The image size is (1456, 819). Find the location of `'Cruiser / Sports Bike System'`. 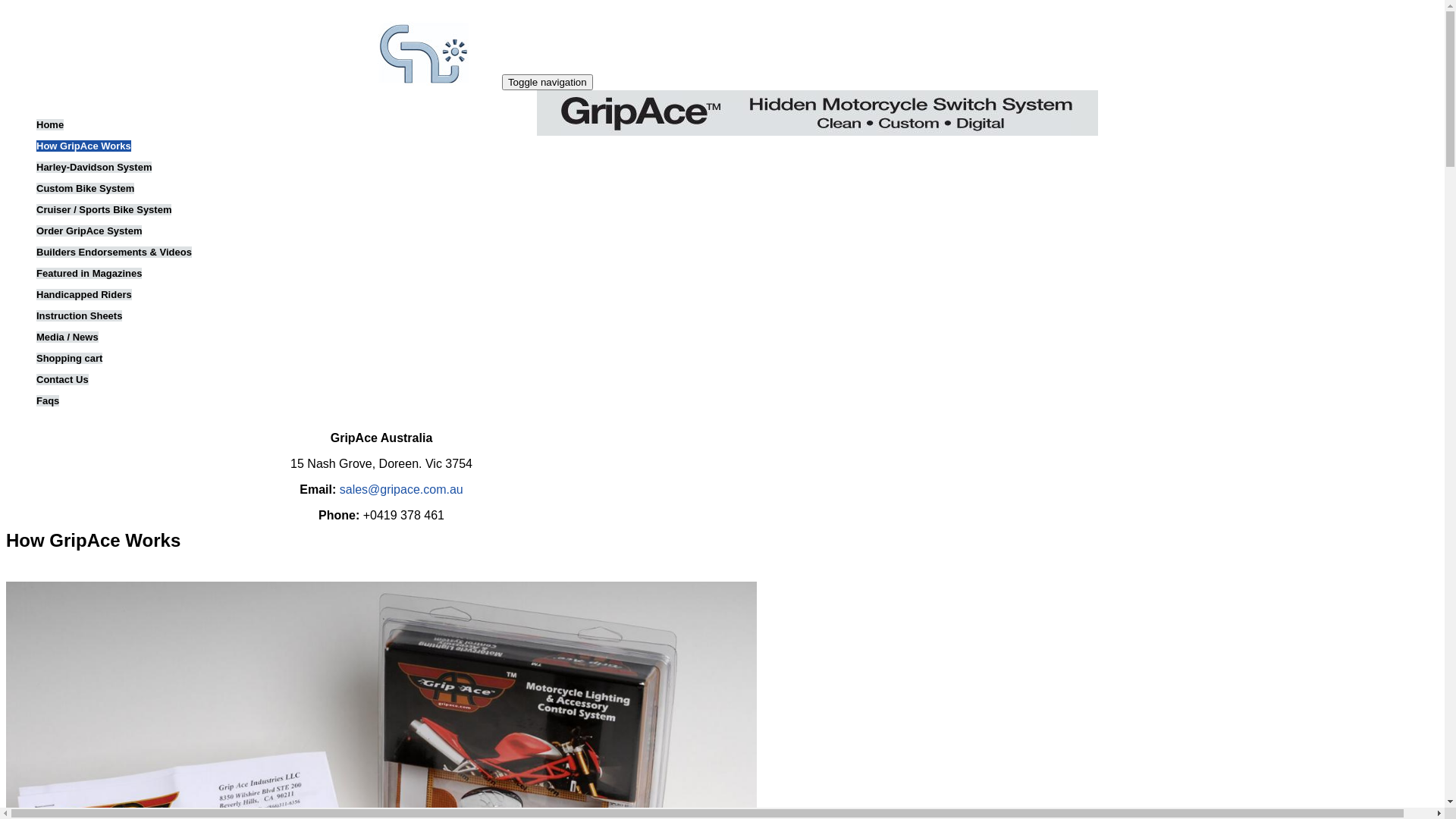

'Cruiser / Sports Bike System' is located at coordinates (36, 209).